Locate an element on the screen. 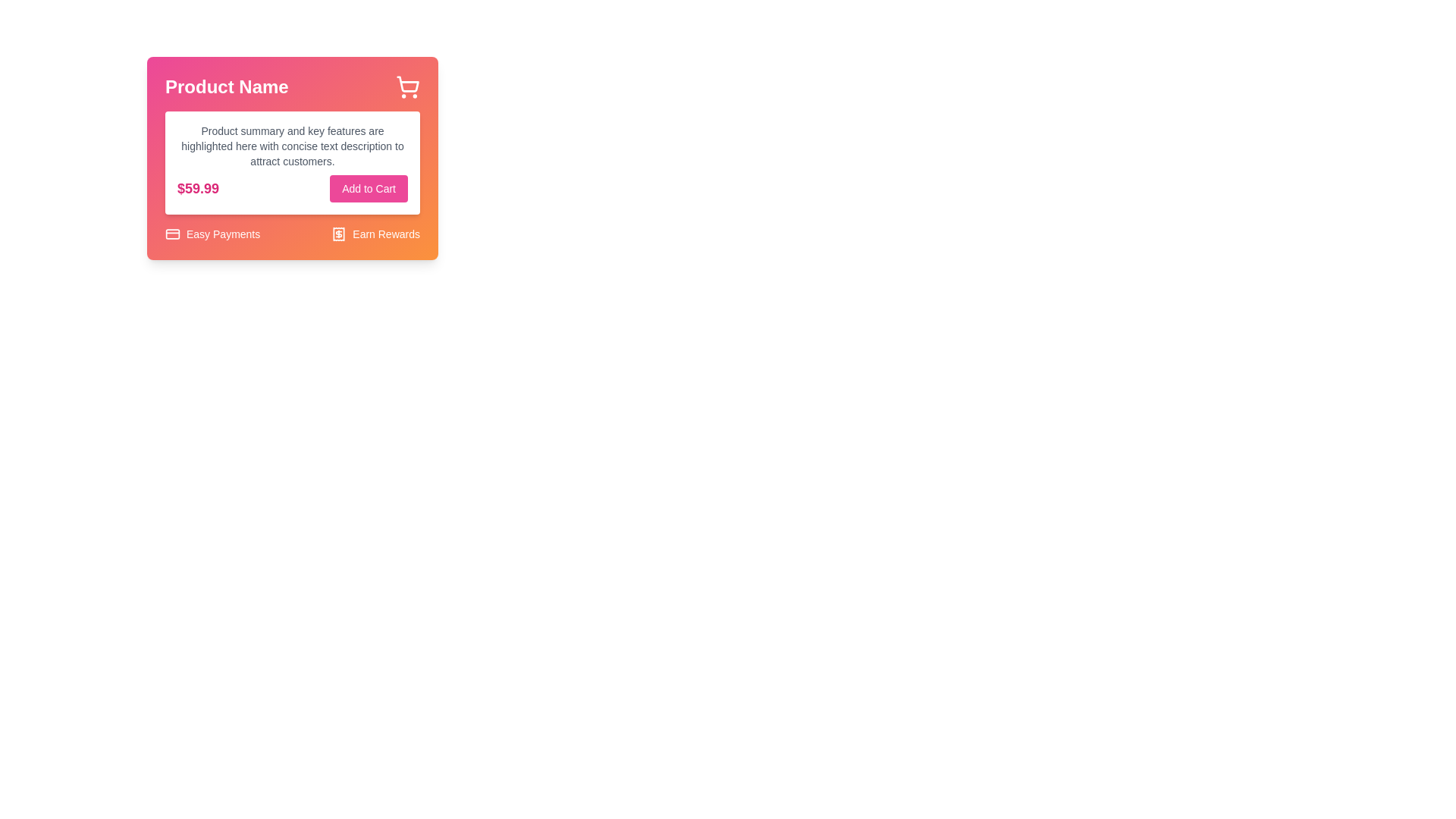 The height and width of the screenshot is (819, 1456). the 'Add to Cart' button, which has a pink background and white text, to observe its hover effects is located at coordinates (369, 188).